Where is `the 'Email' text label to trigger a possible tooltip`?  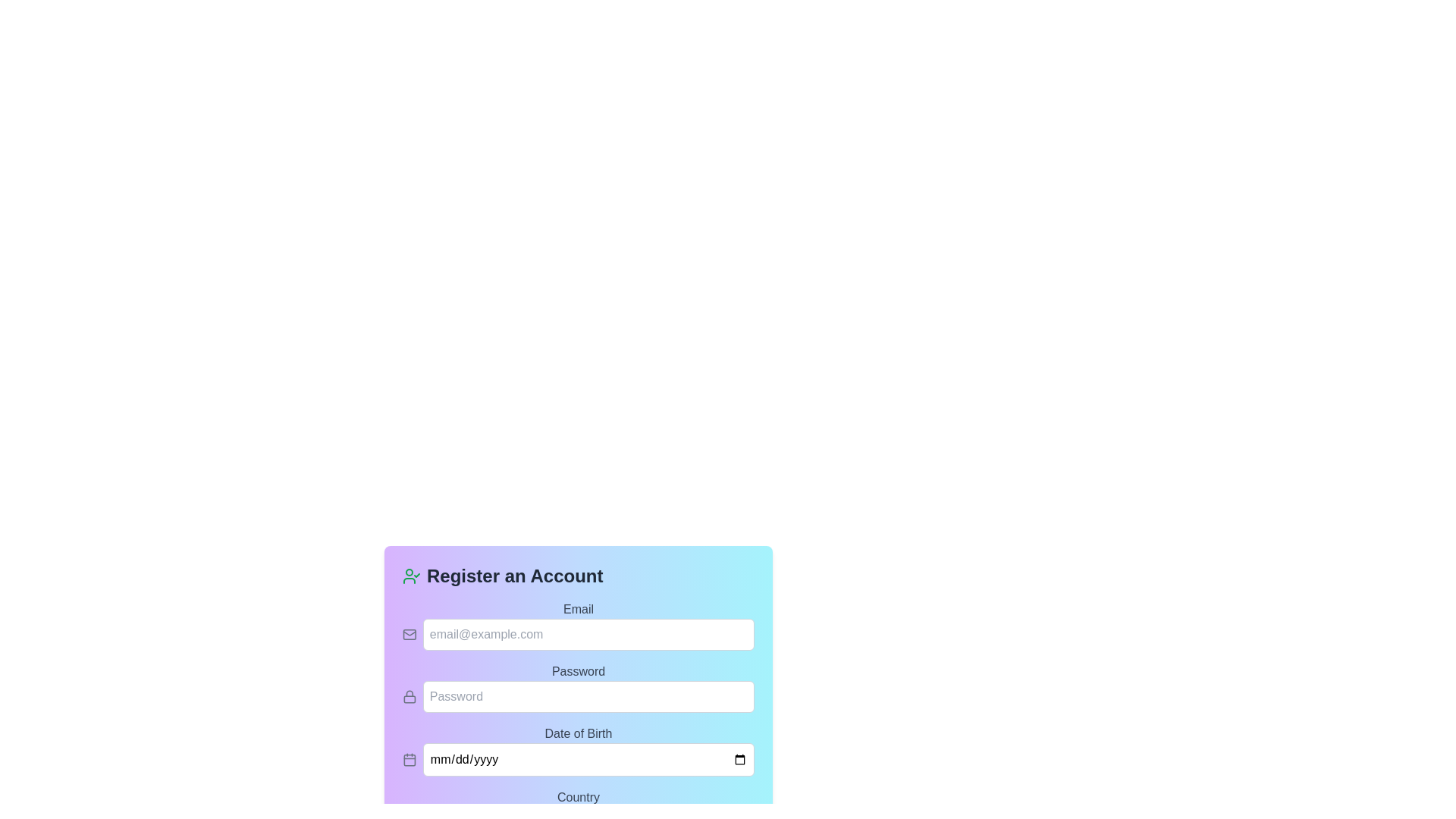
the 'Email' text label to trigger a possible tooltip is located at coordinates (578, 608).